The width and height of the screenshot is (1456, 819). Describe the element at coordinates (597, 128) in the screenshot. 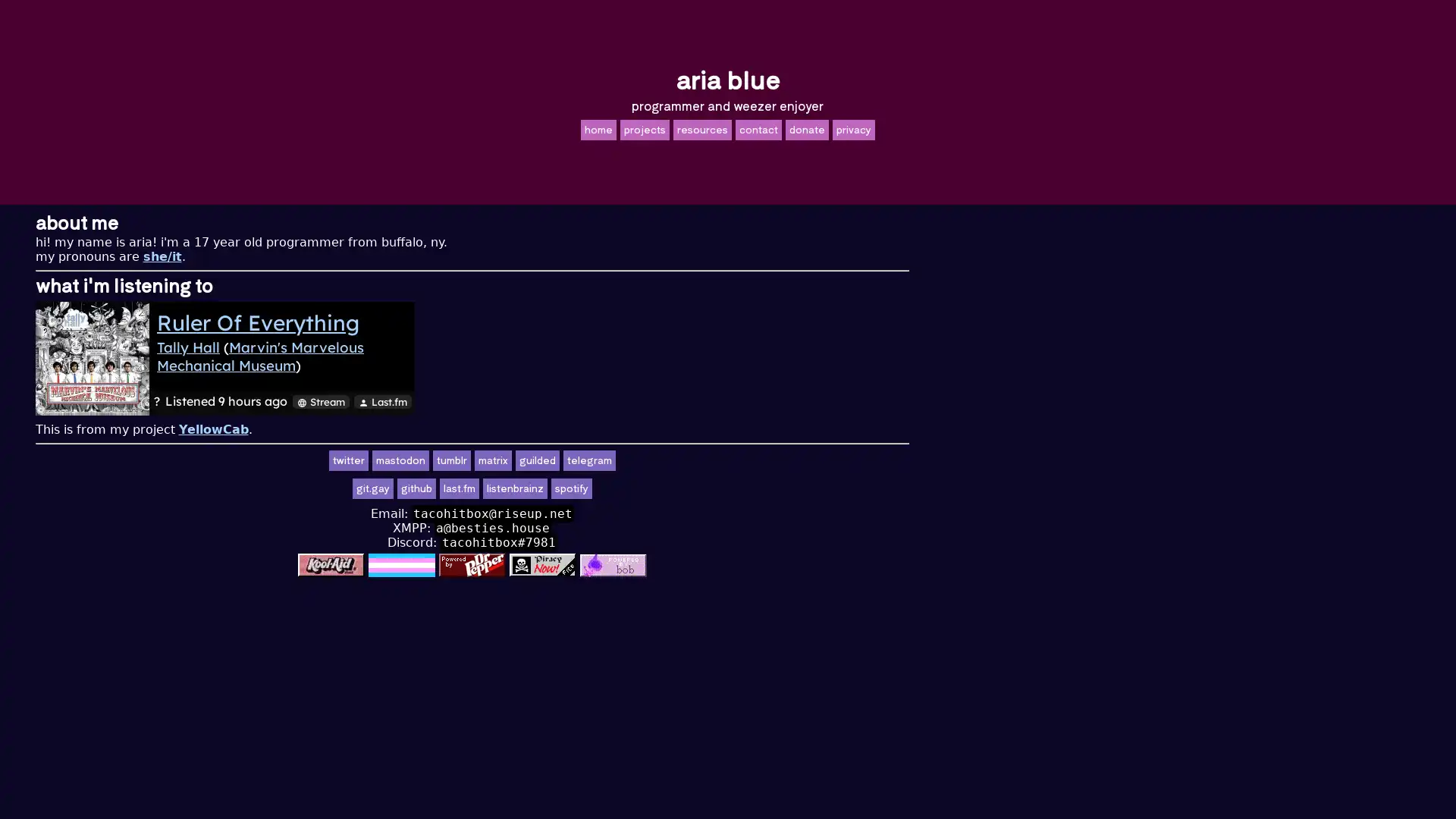

I see `home` at that location.